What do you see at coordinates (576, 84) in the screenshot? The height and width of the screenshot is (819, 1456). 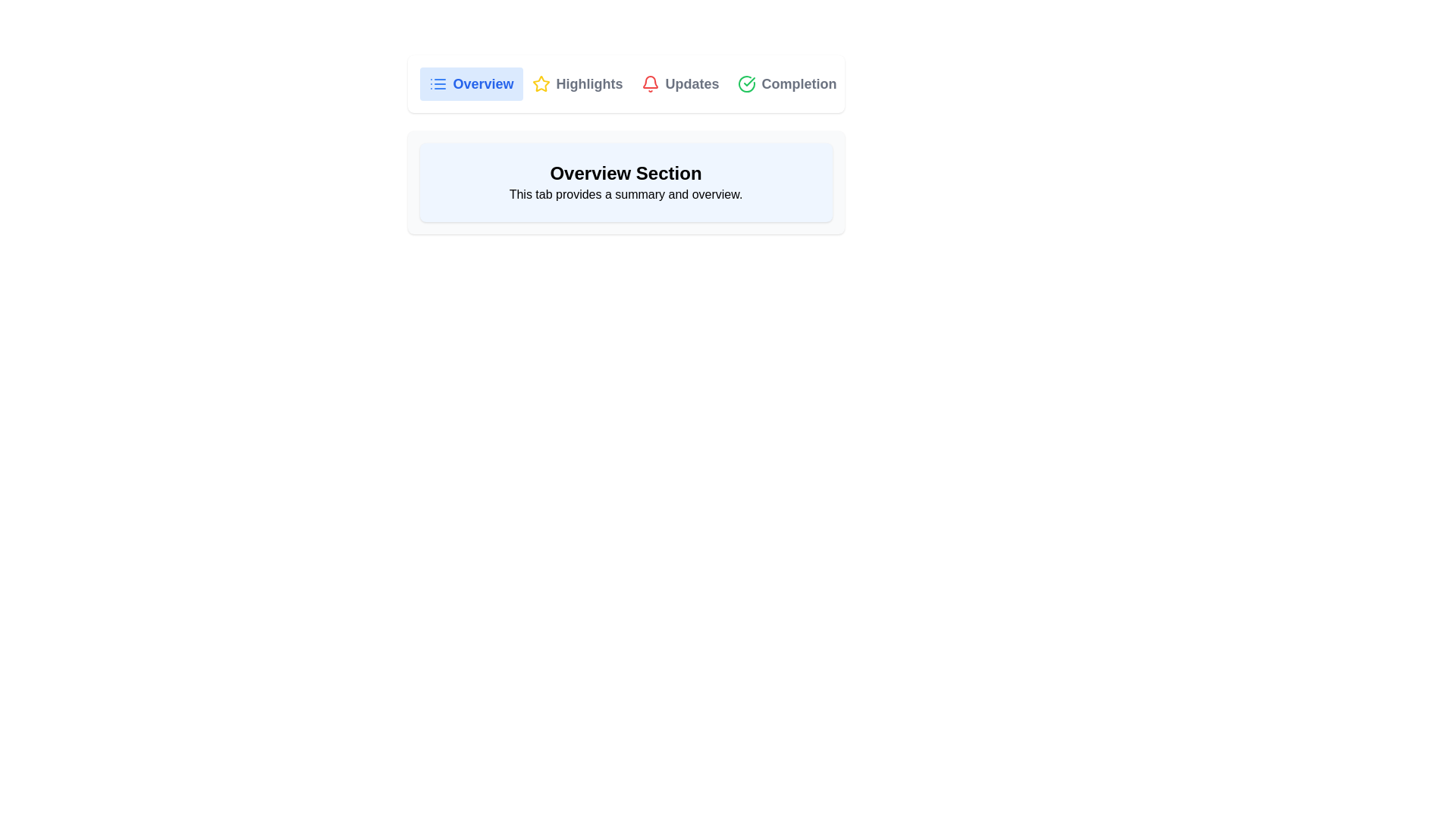 I see `the Interactive tab located between the 'Overview' and 'Updates' tabs` at bounding box center [576, 84].